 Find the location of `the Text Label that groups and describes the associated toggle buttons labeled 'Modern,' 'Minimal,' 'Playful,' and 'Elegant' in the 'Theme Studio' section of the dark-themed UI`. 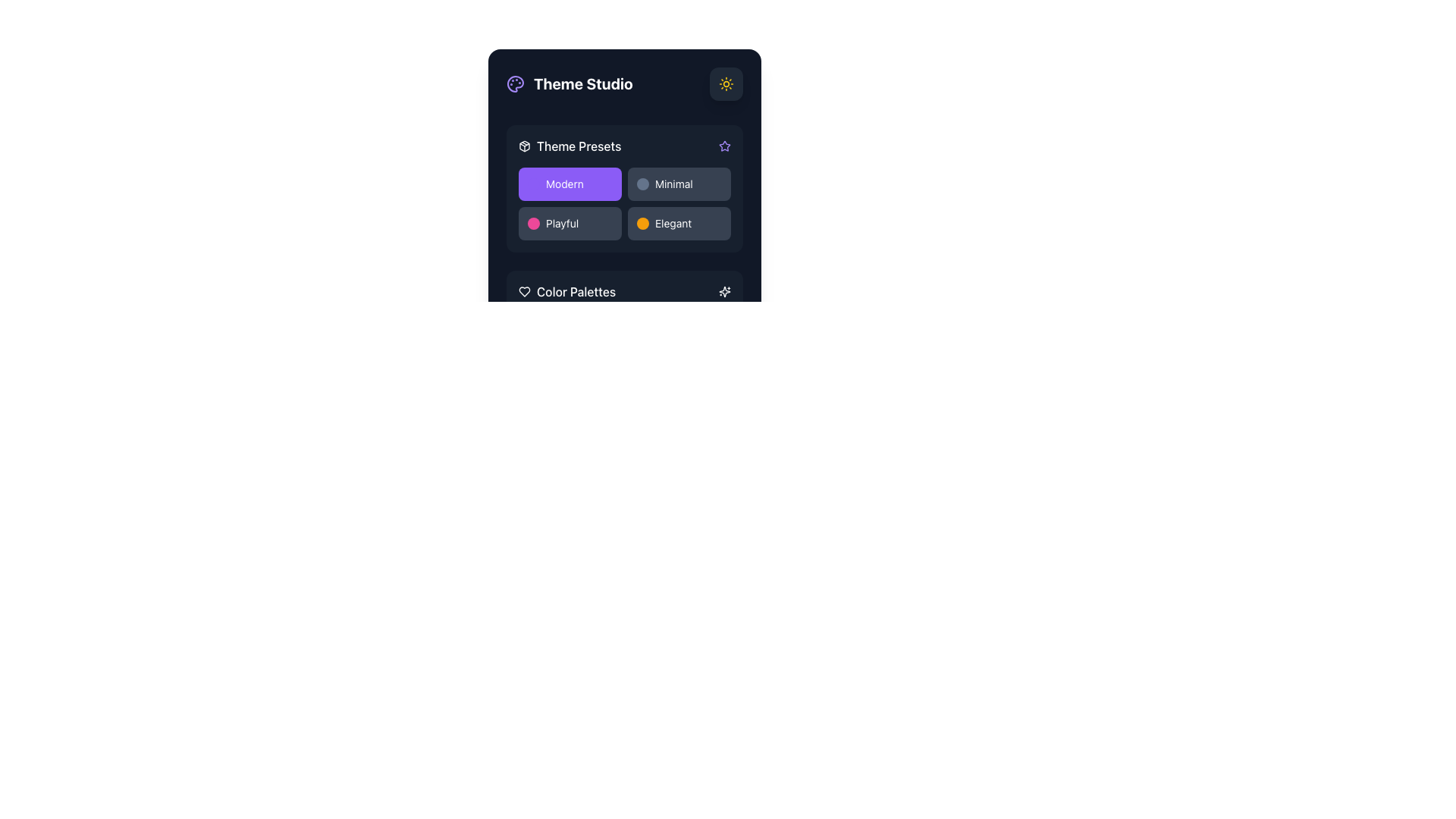

the Text Label that groups and describes the associated toggle buttons labeled 'Modern,' 'Minimal,' 'Playful,' and 'Elegant' in the 'Theme Studio' section of the dark-themed UI is located at coordinates (578, 146).